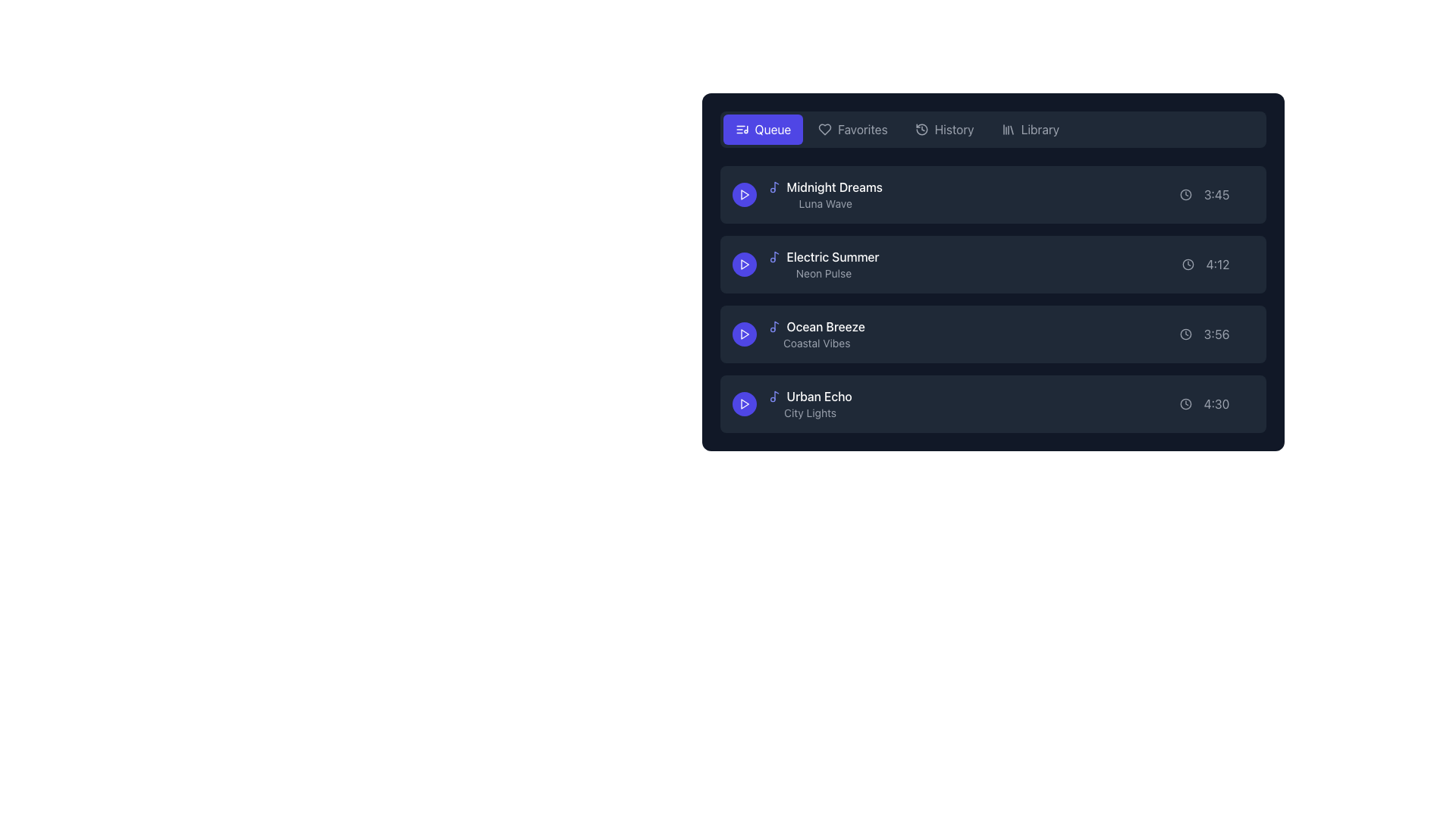 This screenshot has height=819, width=1456. I want to click on the text label indicating the time duration of the song 'Ocean Breeze', so click(1216, 333).